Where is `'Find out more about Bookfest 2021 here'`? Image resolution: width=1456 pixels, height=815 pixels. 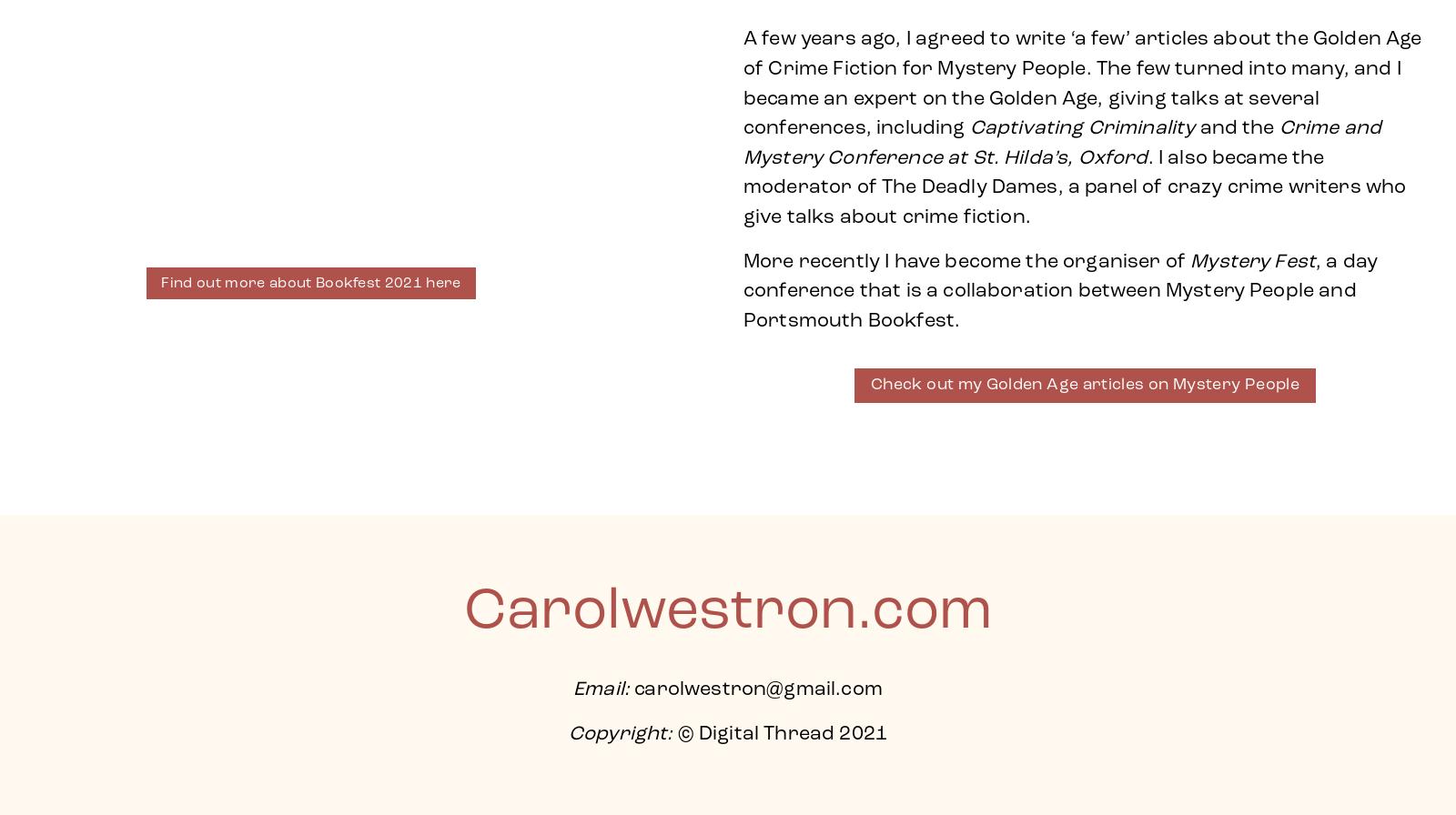 'Find out more about Bookfest 2021 here' is located at coordinates (310, 283).